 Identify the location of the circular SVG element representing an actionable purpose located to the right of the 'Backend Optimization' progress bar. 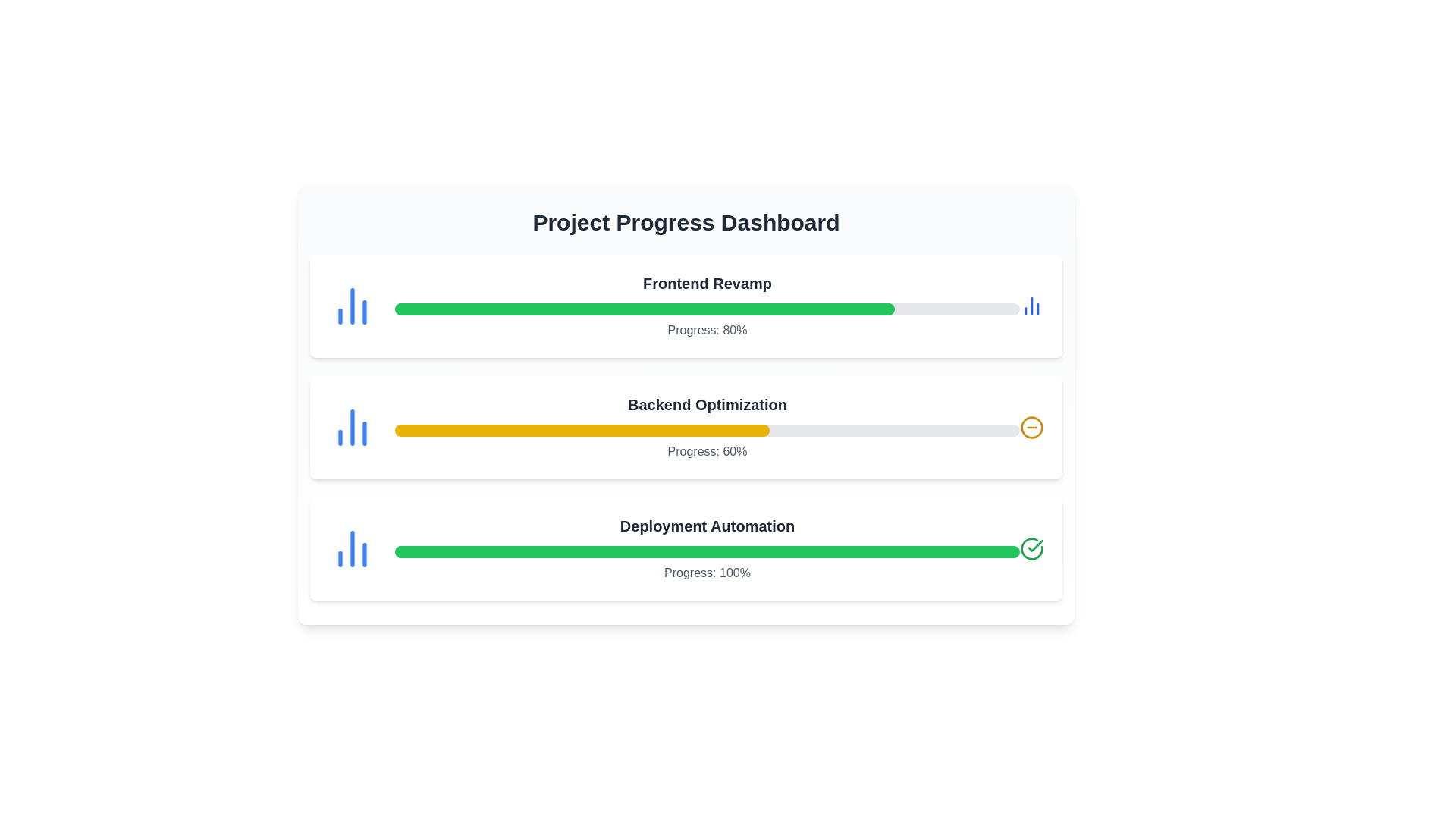
(1031, 427).